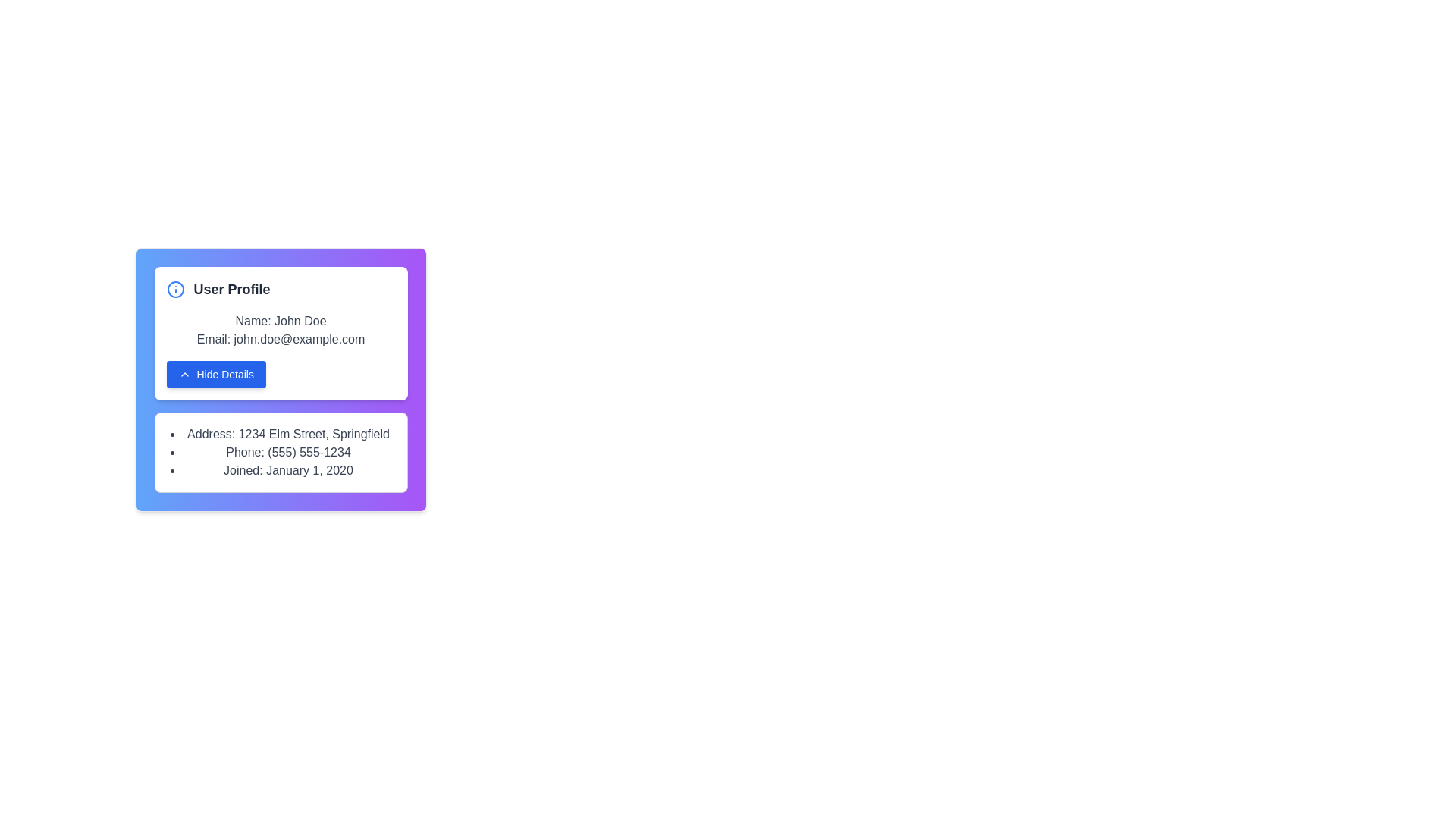  What do you see at coordinates (281, 338) in the screenshot?
I see `the 'Email: john.doe@example.com' text display in the 'User Profile' card, which is located below the 'Name: John Doe' text and above the 'Hide Details' button` at bounding box center [281, 338].